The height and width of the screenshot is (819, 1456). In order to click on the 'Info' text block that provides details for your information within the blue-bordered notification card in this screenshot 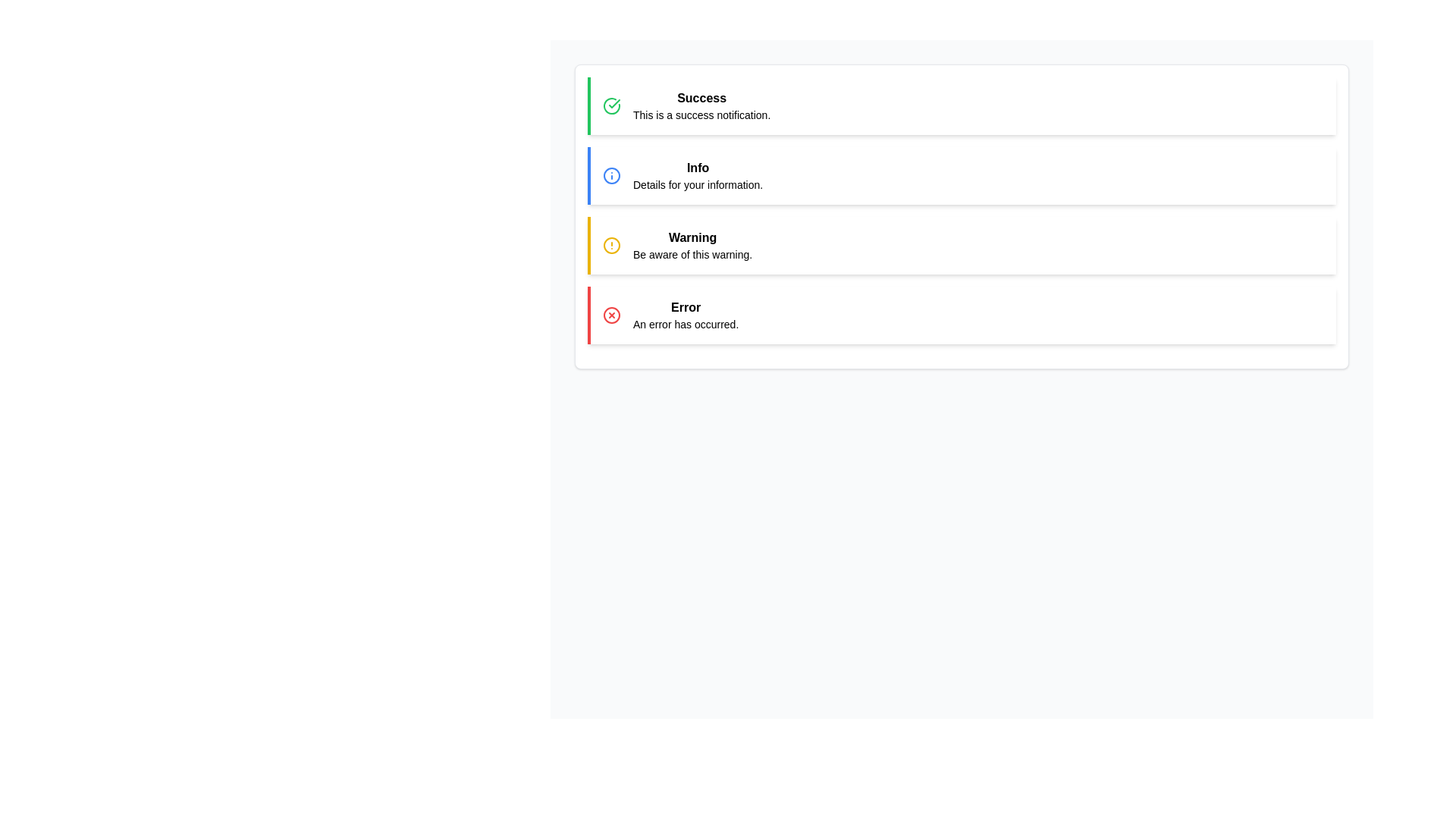, I will do `click(697, 174)`.